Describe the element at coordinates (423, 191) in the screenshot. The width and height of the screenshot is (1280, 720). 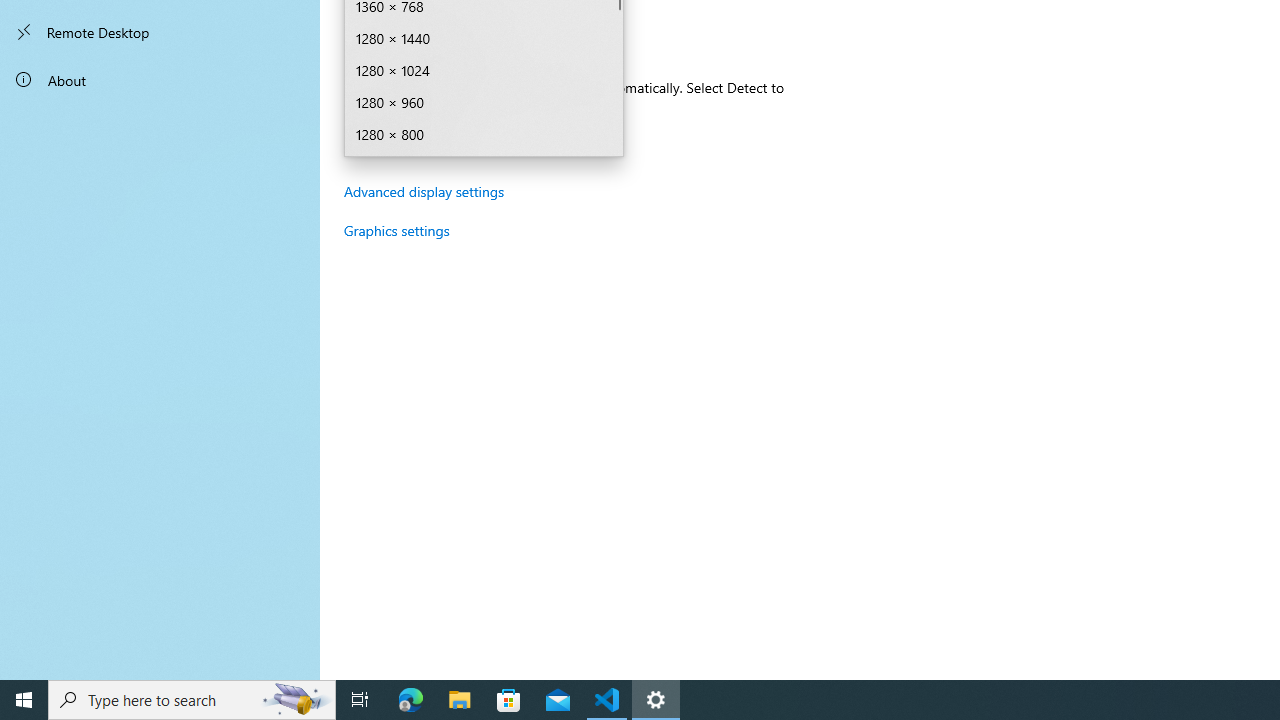
I see `'Advanced display settings'` at that location.